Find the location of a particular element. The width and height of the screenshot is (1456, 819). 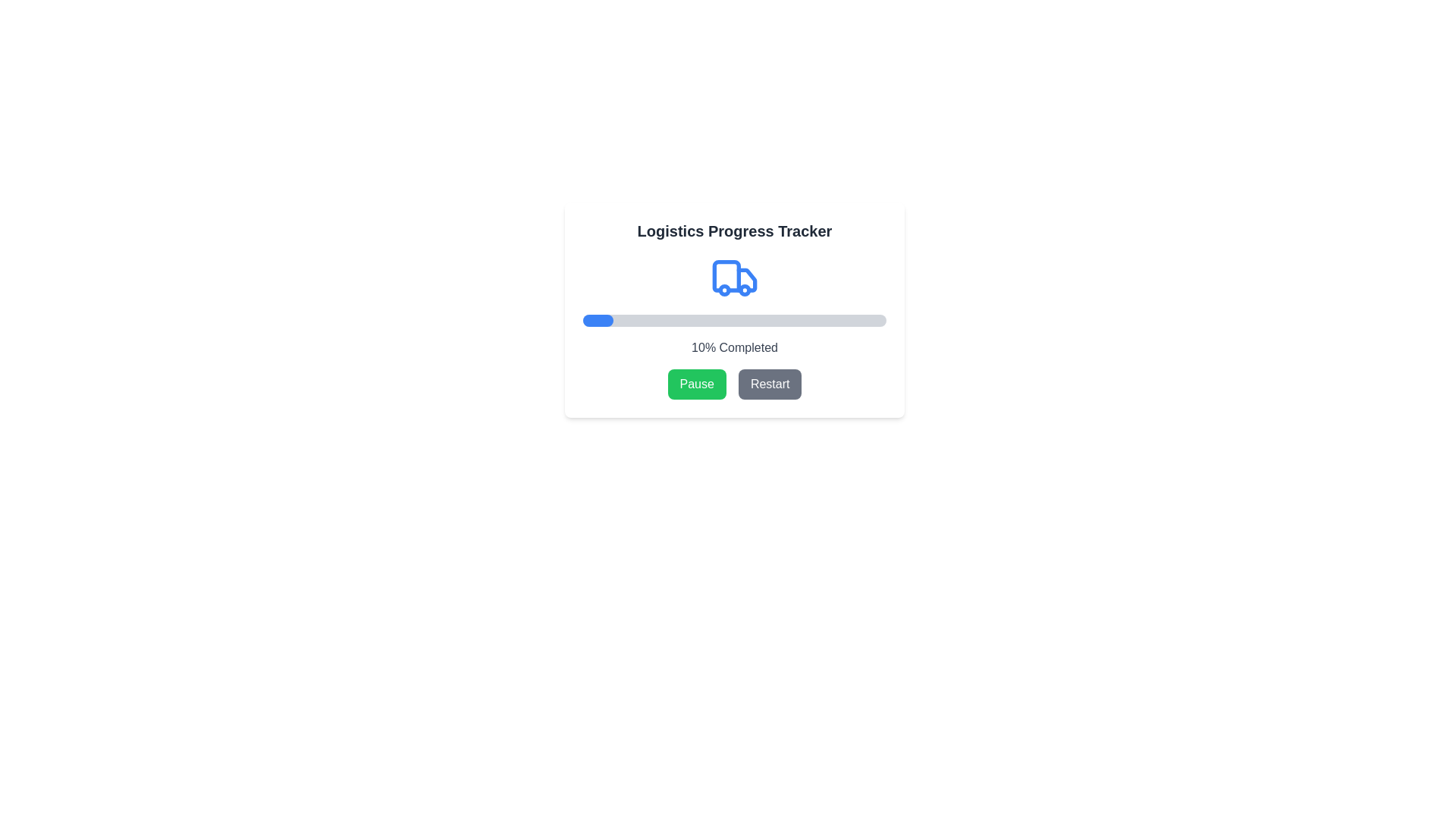

completion percentage information displayed on the label located centrally below the progress bar is located at coordinates (735, 348).